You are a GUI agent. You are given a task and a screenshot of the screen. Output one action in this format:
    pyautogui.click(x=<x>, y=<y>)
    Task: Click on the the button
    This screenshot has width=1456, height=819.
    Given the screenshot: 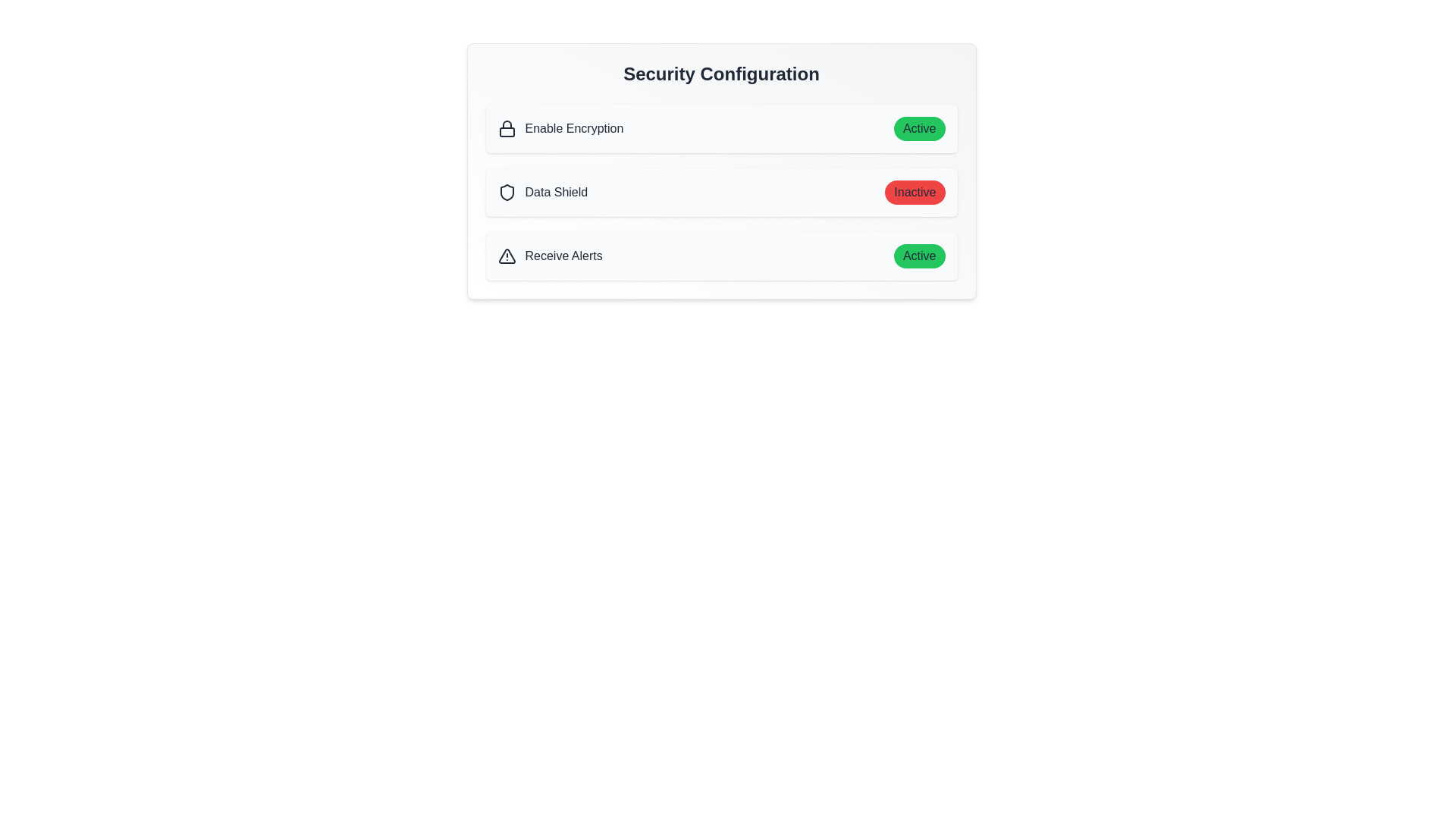 What is the action you would take?
    pyautogui.click(x=913, y=192)
    